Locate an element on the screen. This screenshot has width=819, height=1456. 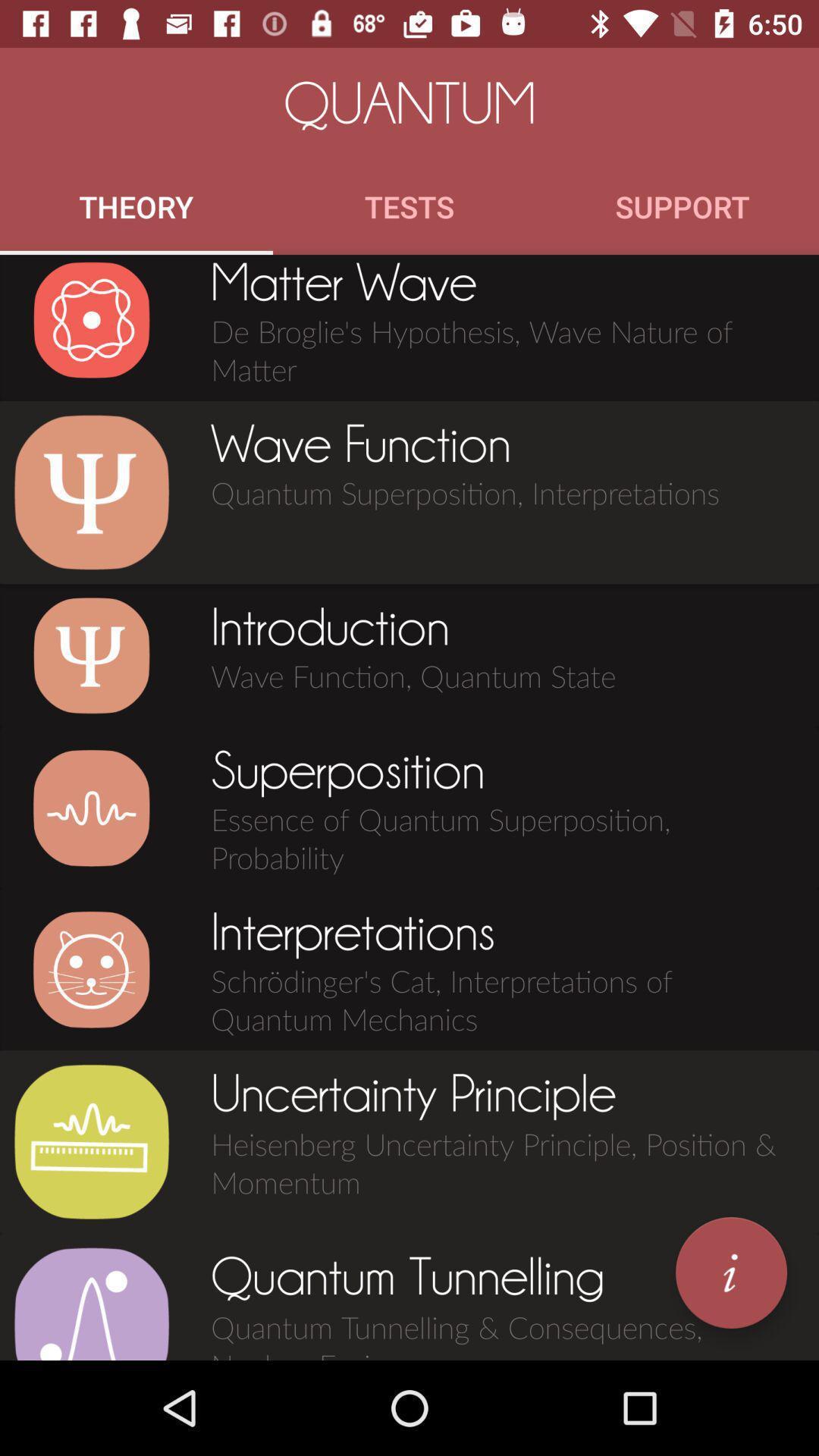
quantum tunnelling is located at coordinates (91, 1302).